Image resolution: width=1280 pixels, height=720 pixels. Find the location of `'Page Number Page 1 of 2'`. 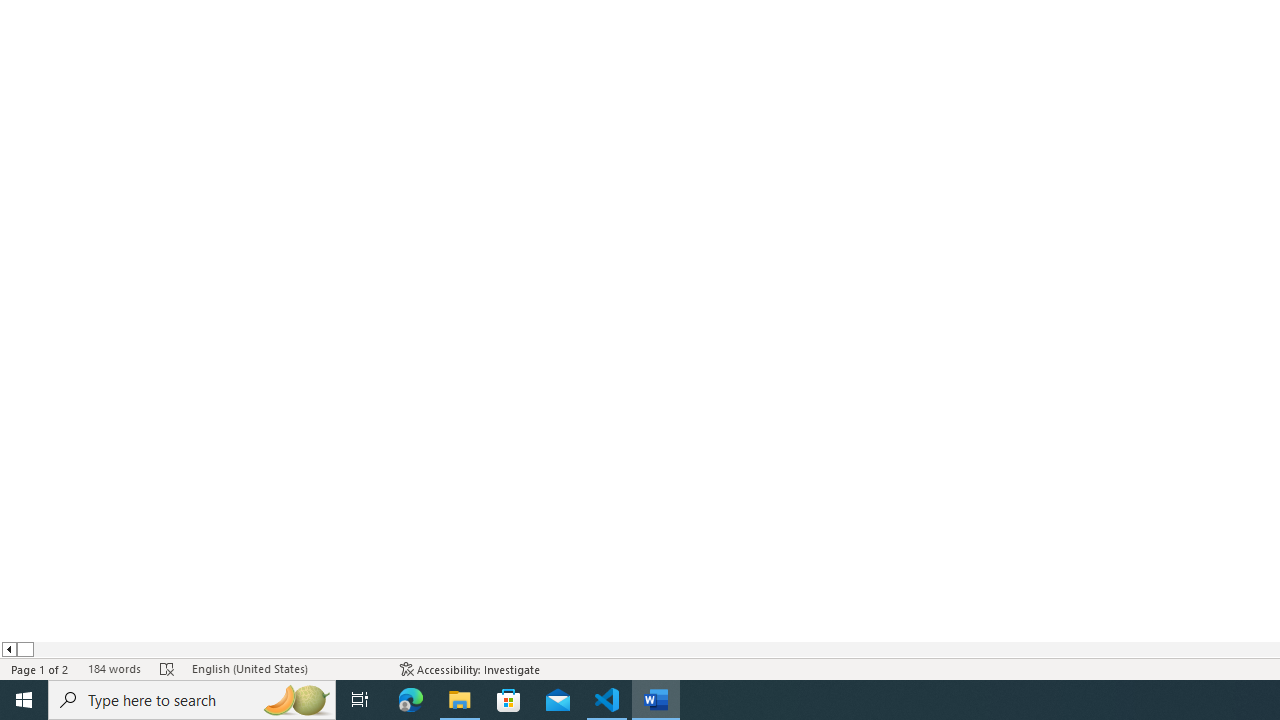

'Page Number Page 1 of 2' is located at coordinates (40, 669).